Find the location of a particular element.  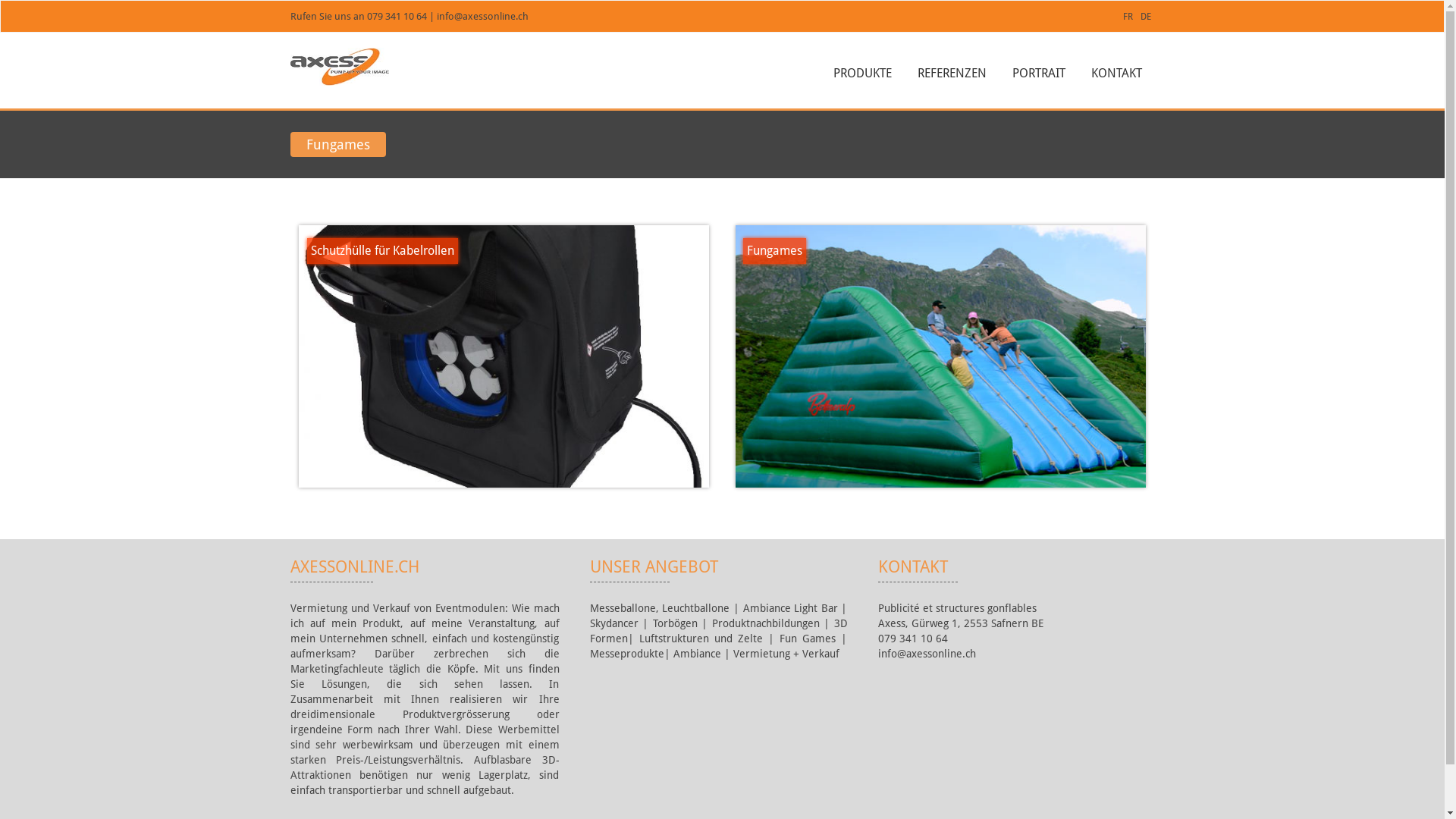

'info@axessonline.ch' is located at coordinates (926, 652).